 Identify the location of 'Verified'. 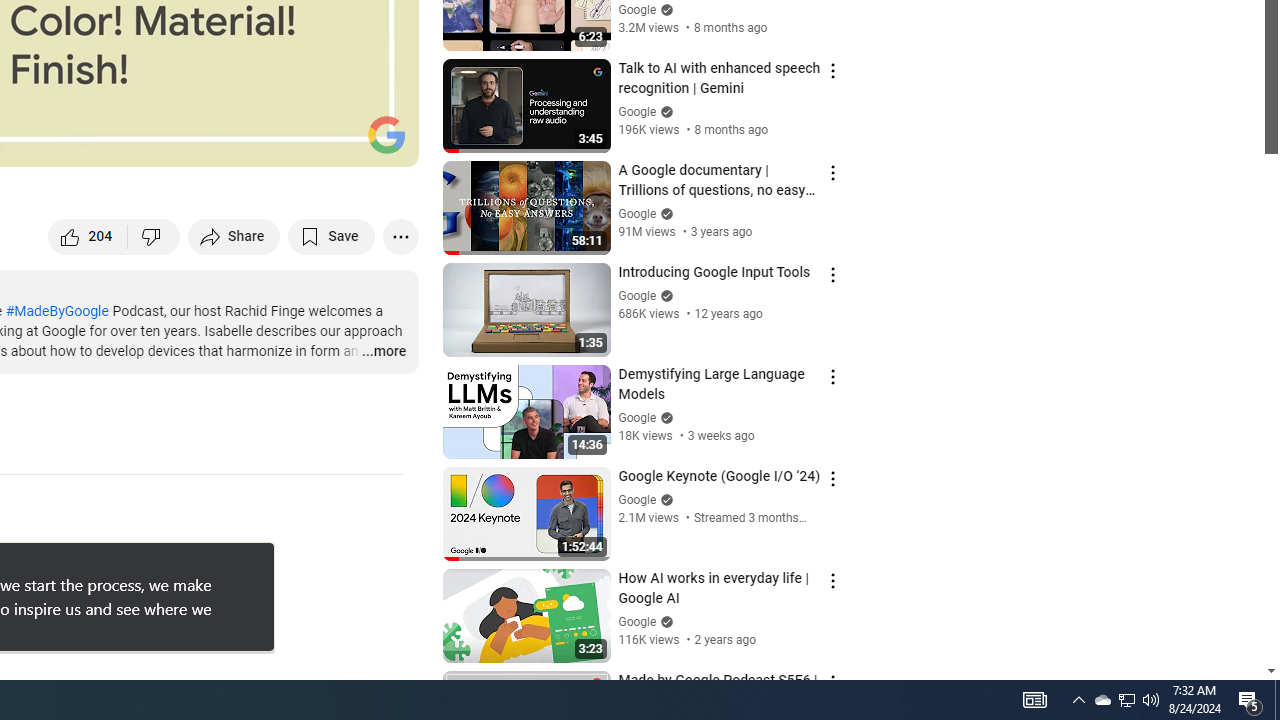
(664, 620).